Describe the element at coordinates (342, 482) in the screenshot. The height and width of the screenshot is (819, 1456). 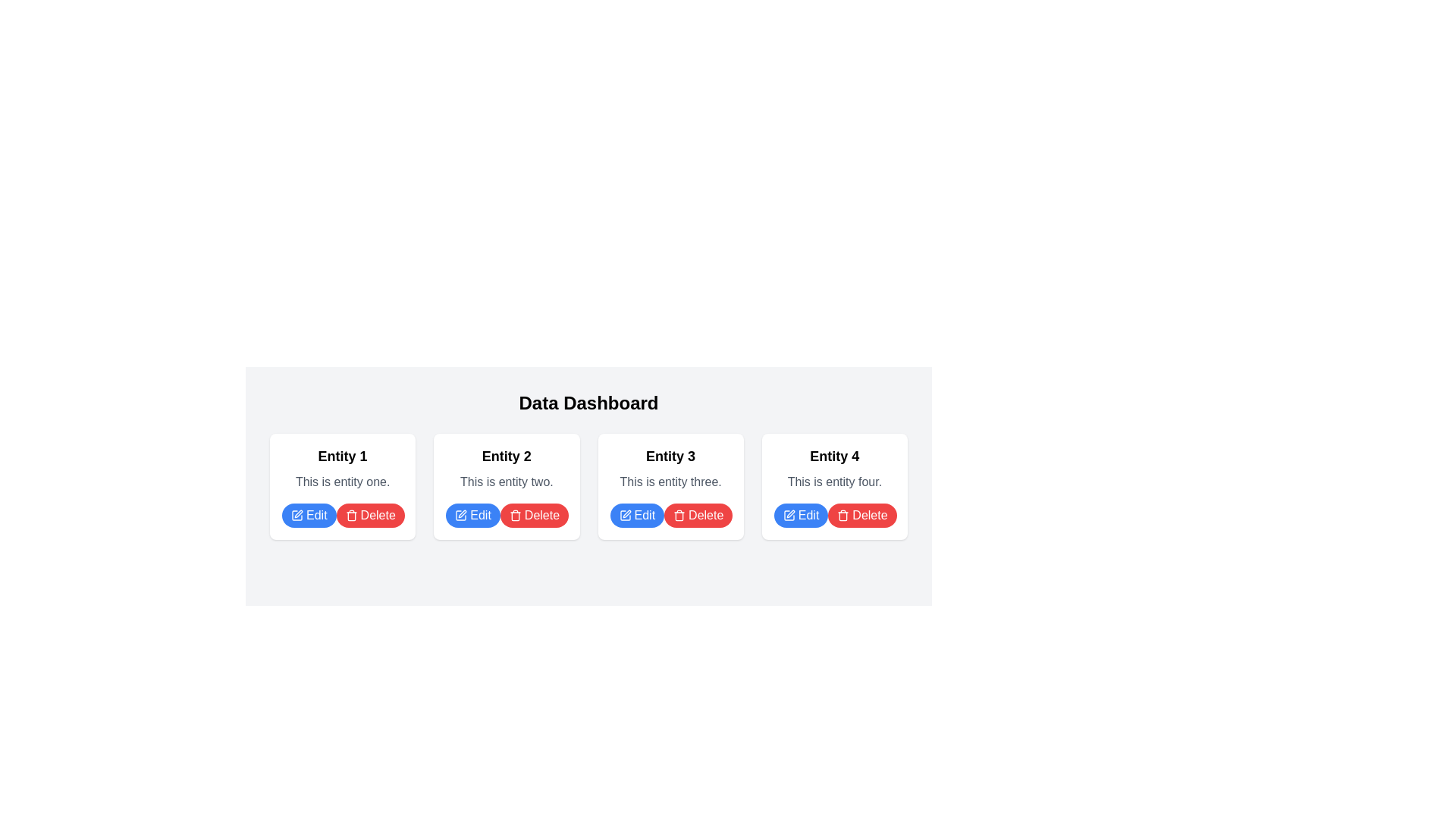
I see `the static text that serves as a descriptive subtitle for the 'Entity 1' card, which is the first card from the left in a horizontal row of similar cards` at that location.